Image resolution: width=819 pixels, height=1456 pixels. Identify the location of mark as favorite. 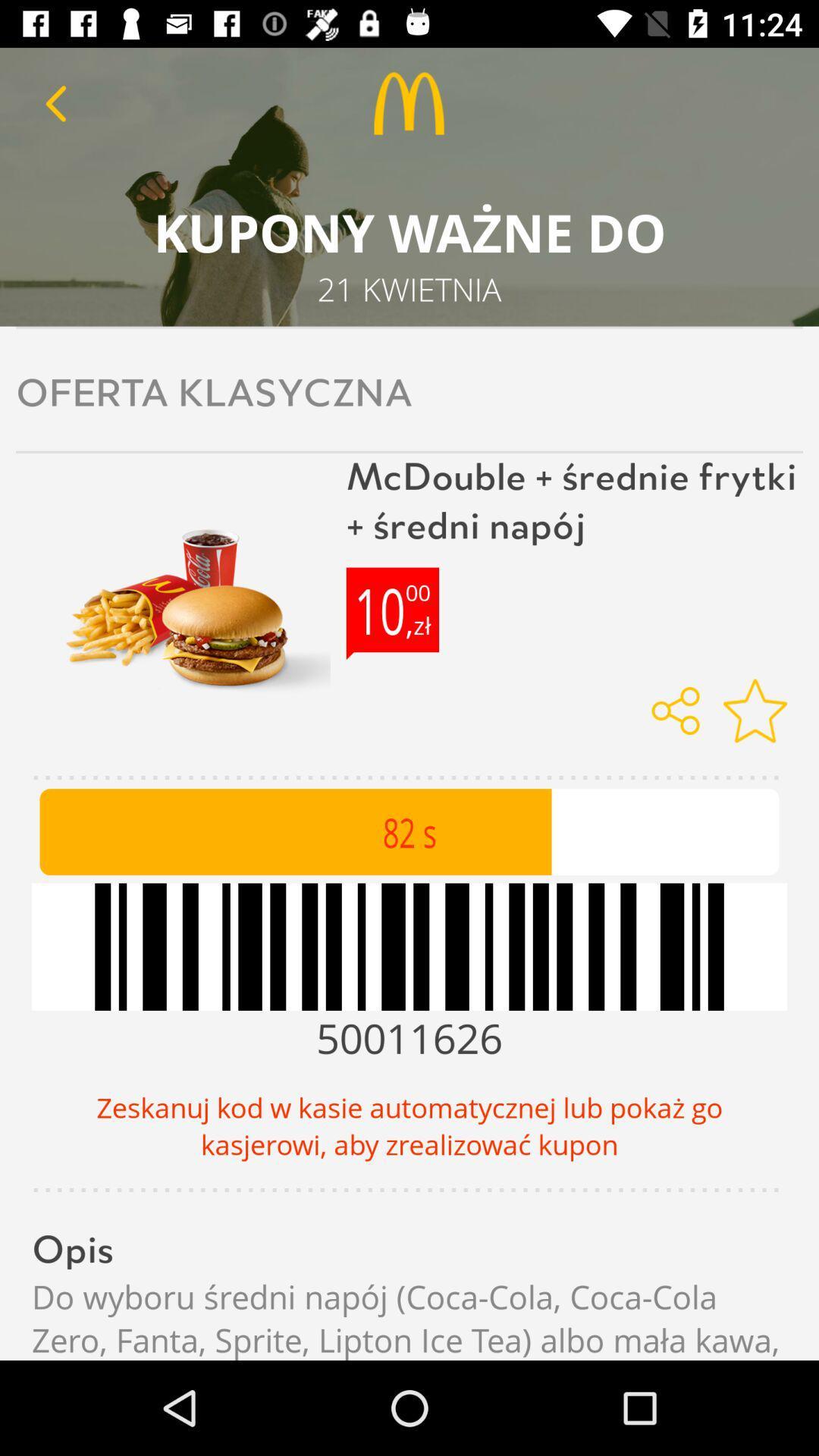
(755, 710).